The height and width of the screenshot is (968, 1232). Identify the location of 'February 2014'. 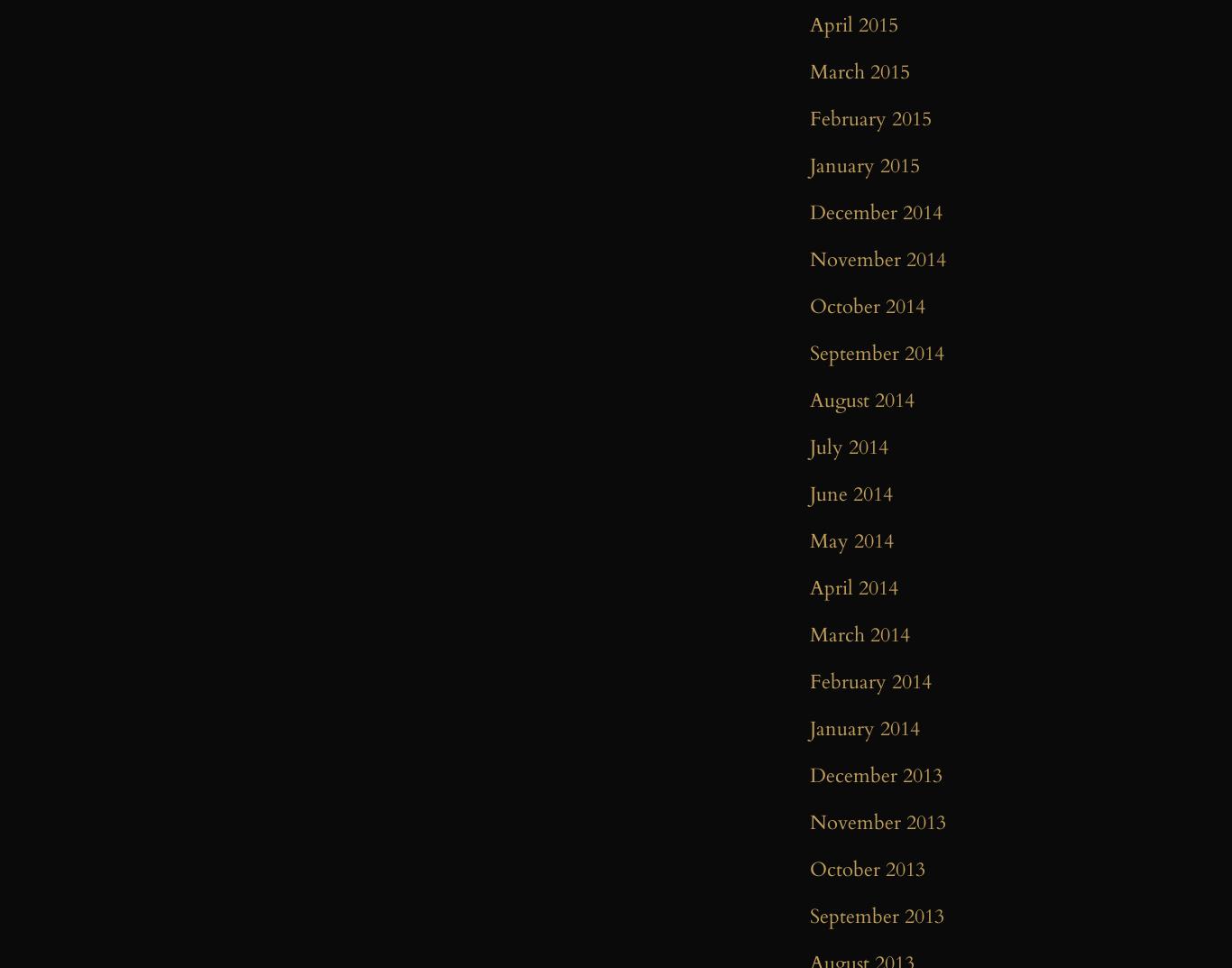
(870, 681).